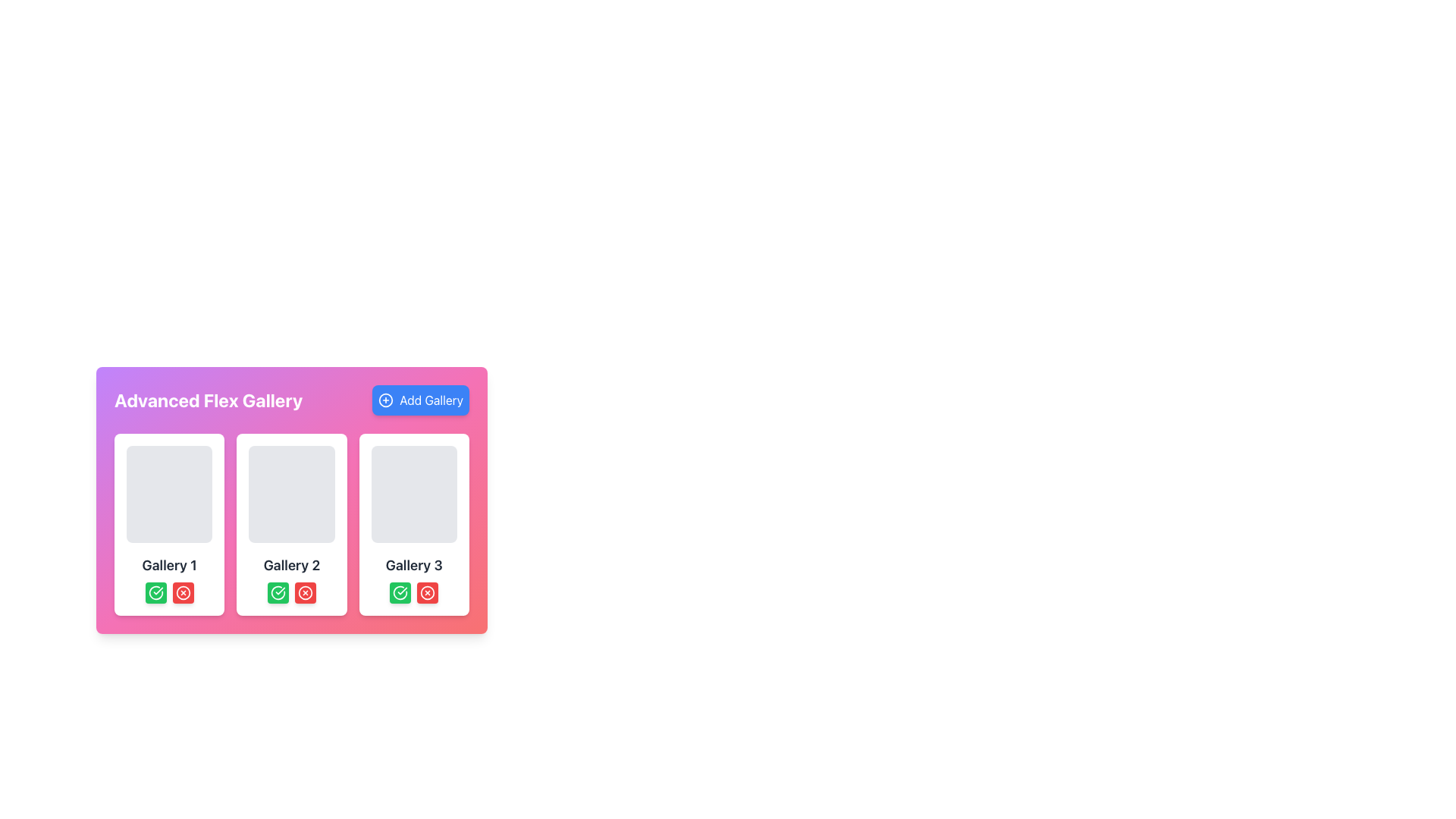 The width and height of the screenshot is (1456, 819). What do you see at coordinates (291, 494) in the screenshot?
I see `the upper region of the box labeled 'Gallery 2', which serves as a placeholder or visual representation for content in the 'Advanced Flex Gallery' section` at bounding box center [291, 494].